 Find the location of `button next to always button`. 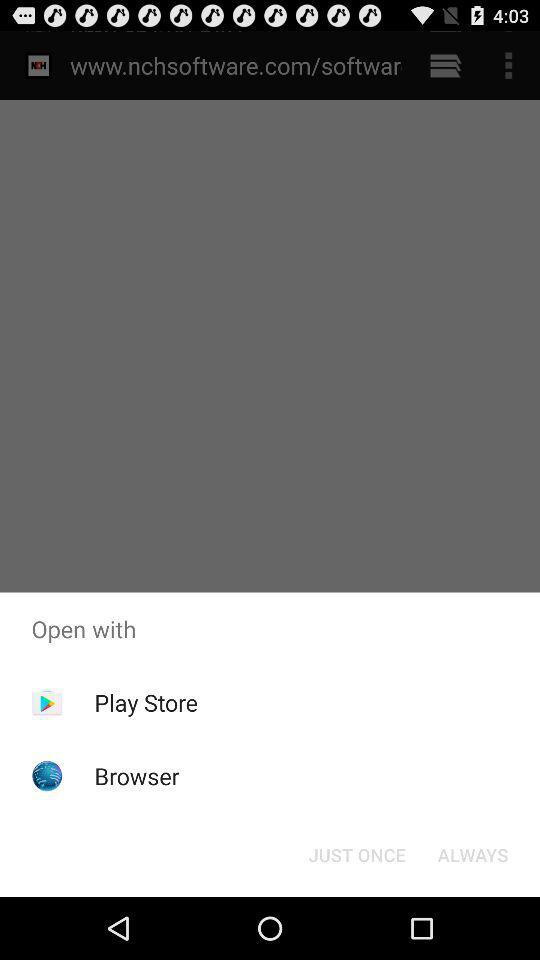

button next to always button is located at coordinates (356, 853).